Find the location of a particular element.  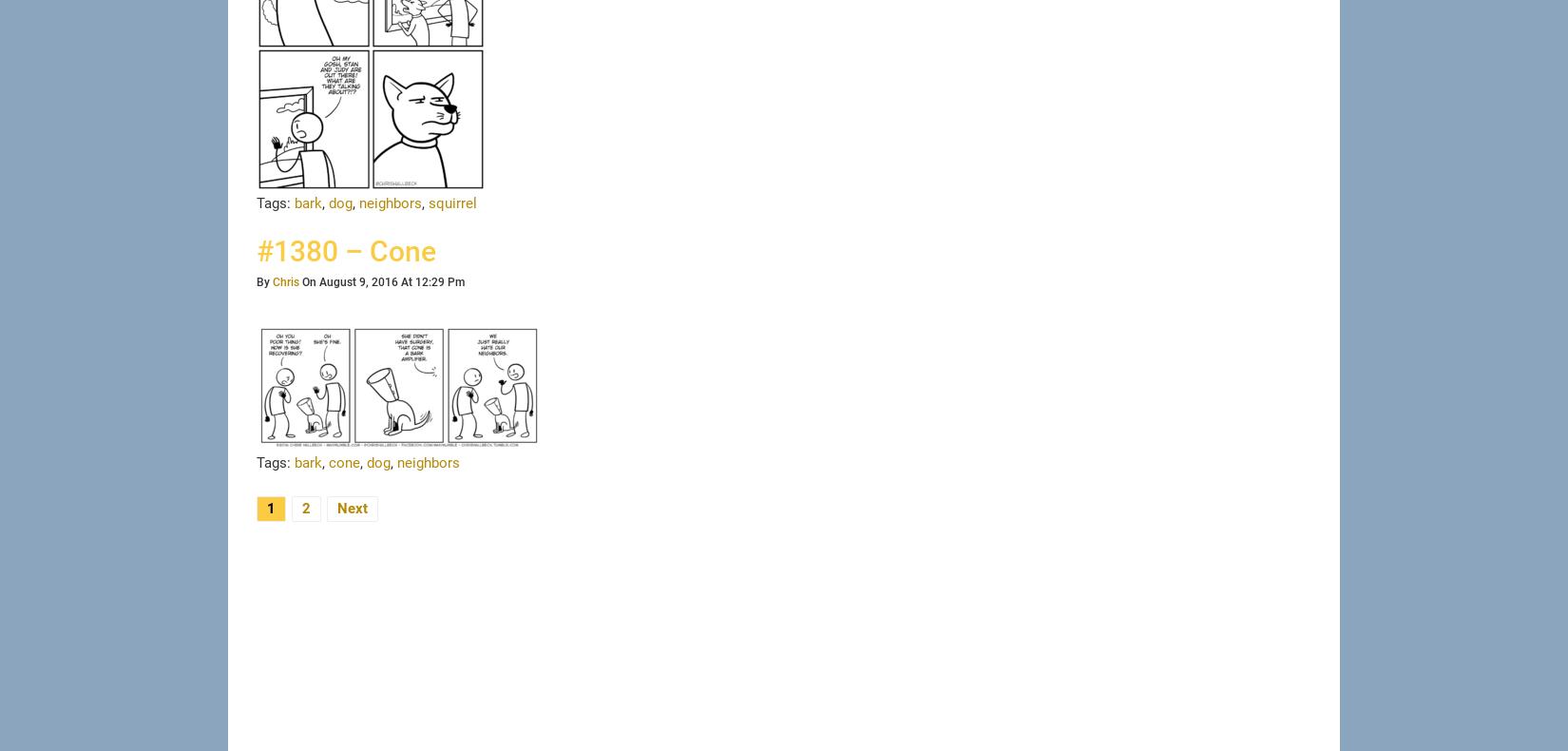

'squirrel' is located at coordinates (451, 202).